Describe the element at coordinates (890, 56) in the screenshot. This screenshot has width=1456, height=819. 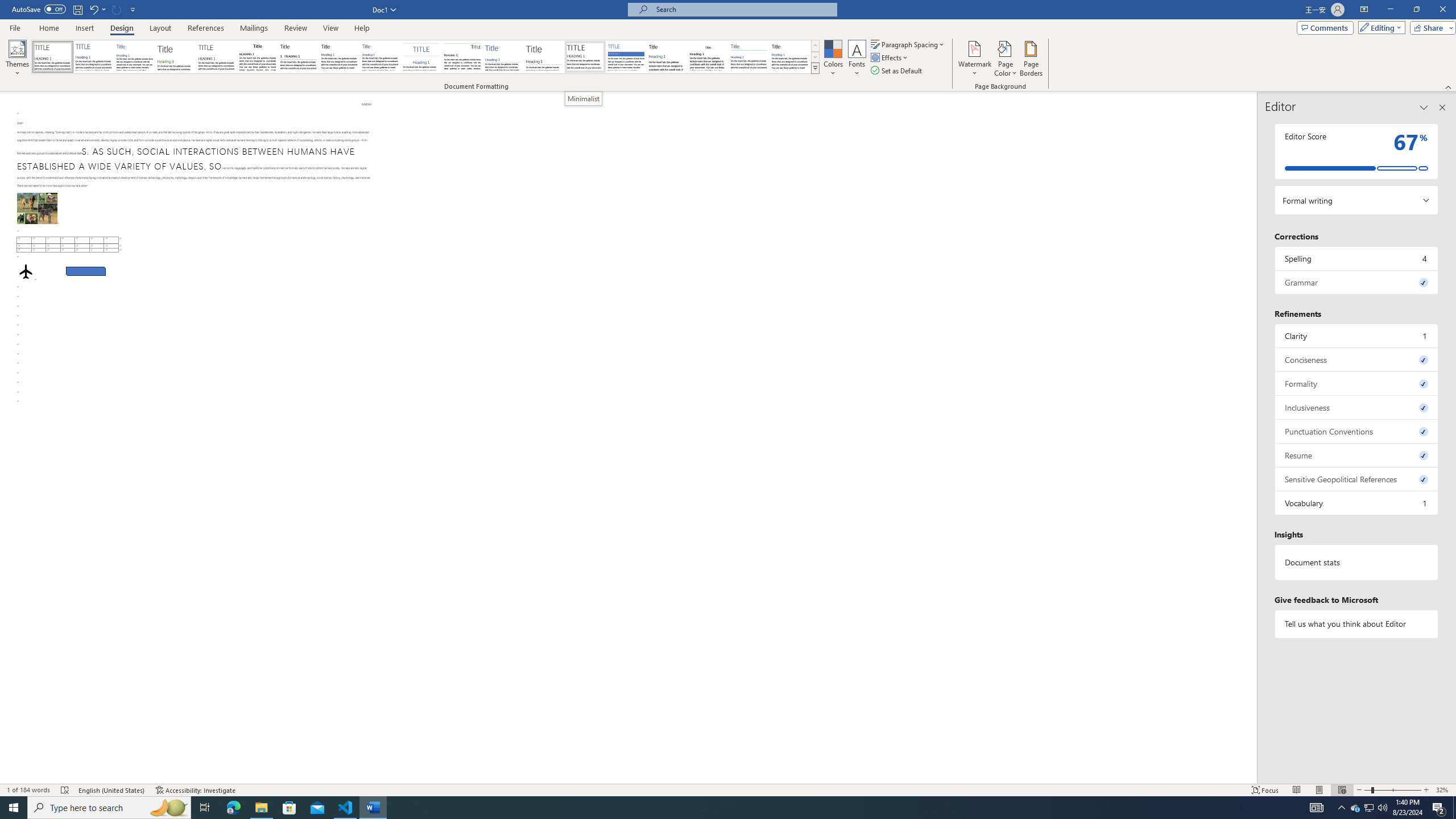
I see `'Effects'` at that location.